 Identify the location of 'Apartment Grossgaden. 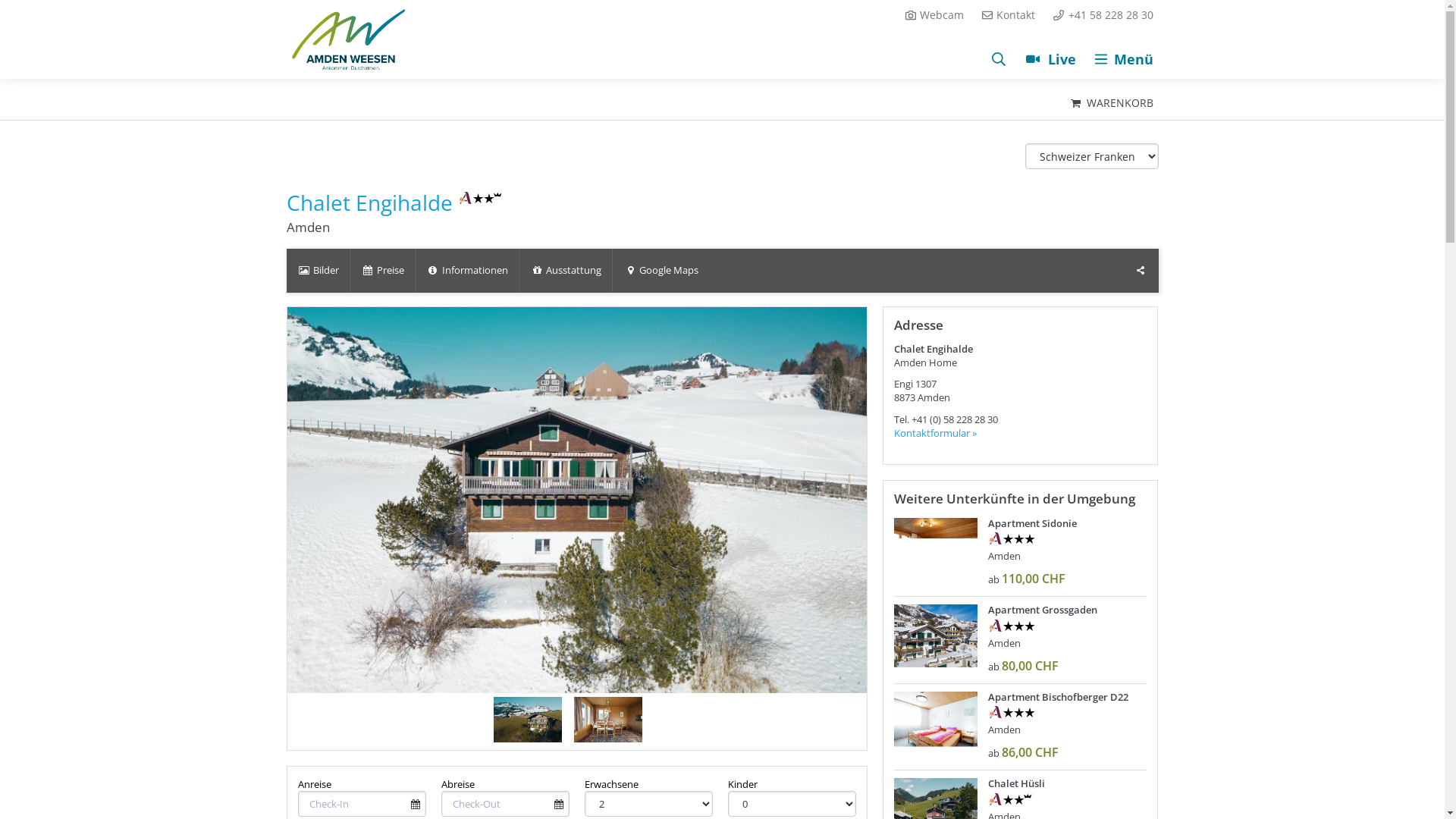
(1020, 635).